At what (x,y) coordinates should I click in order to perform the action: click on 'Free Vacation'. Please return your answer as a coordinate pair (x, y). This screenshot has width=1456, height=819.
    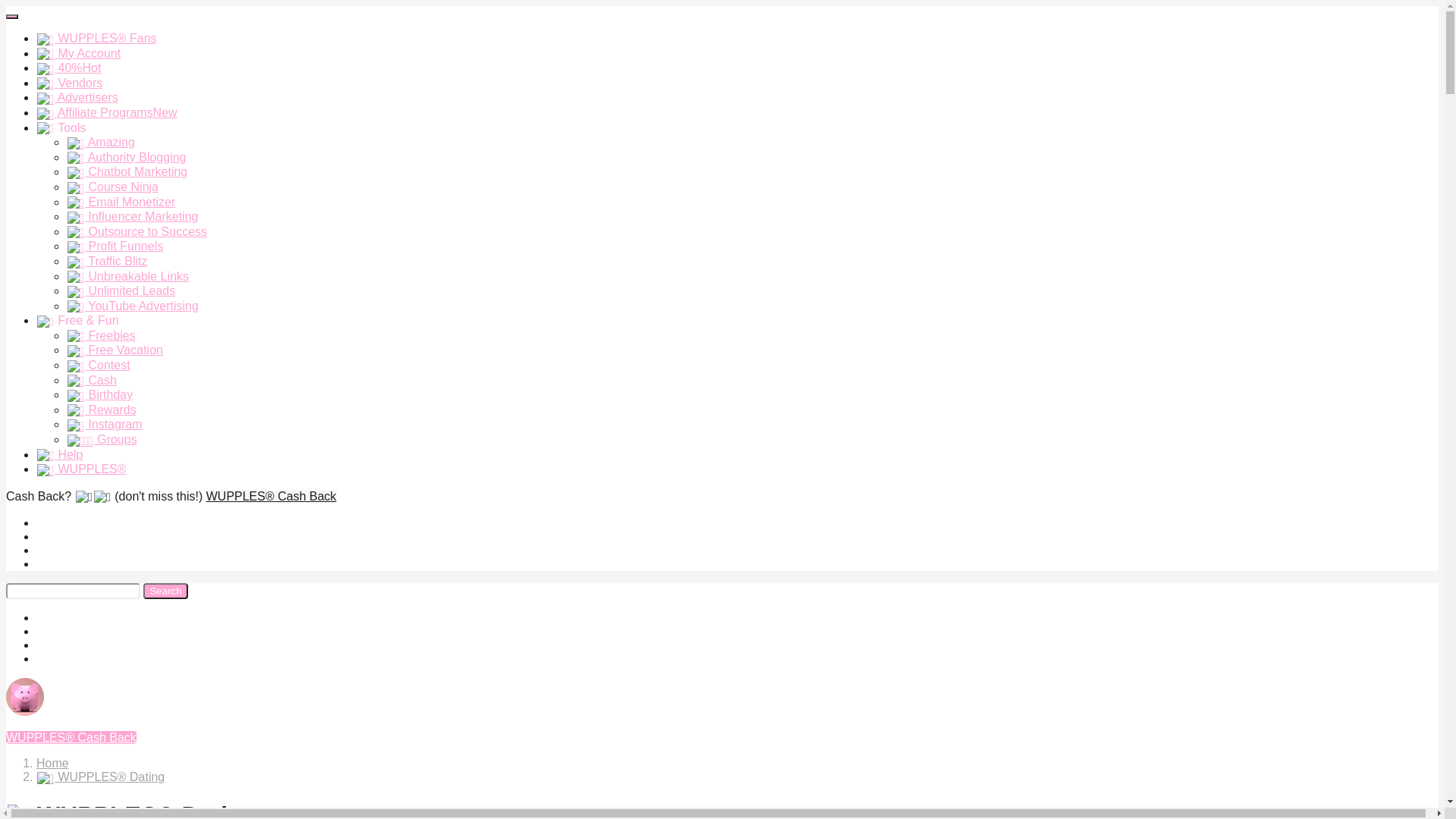
    Looking at the image, I should click on (114, 350).